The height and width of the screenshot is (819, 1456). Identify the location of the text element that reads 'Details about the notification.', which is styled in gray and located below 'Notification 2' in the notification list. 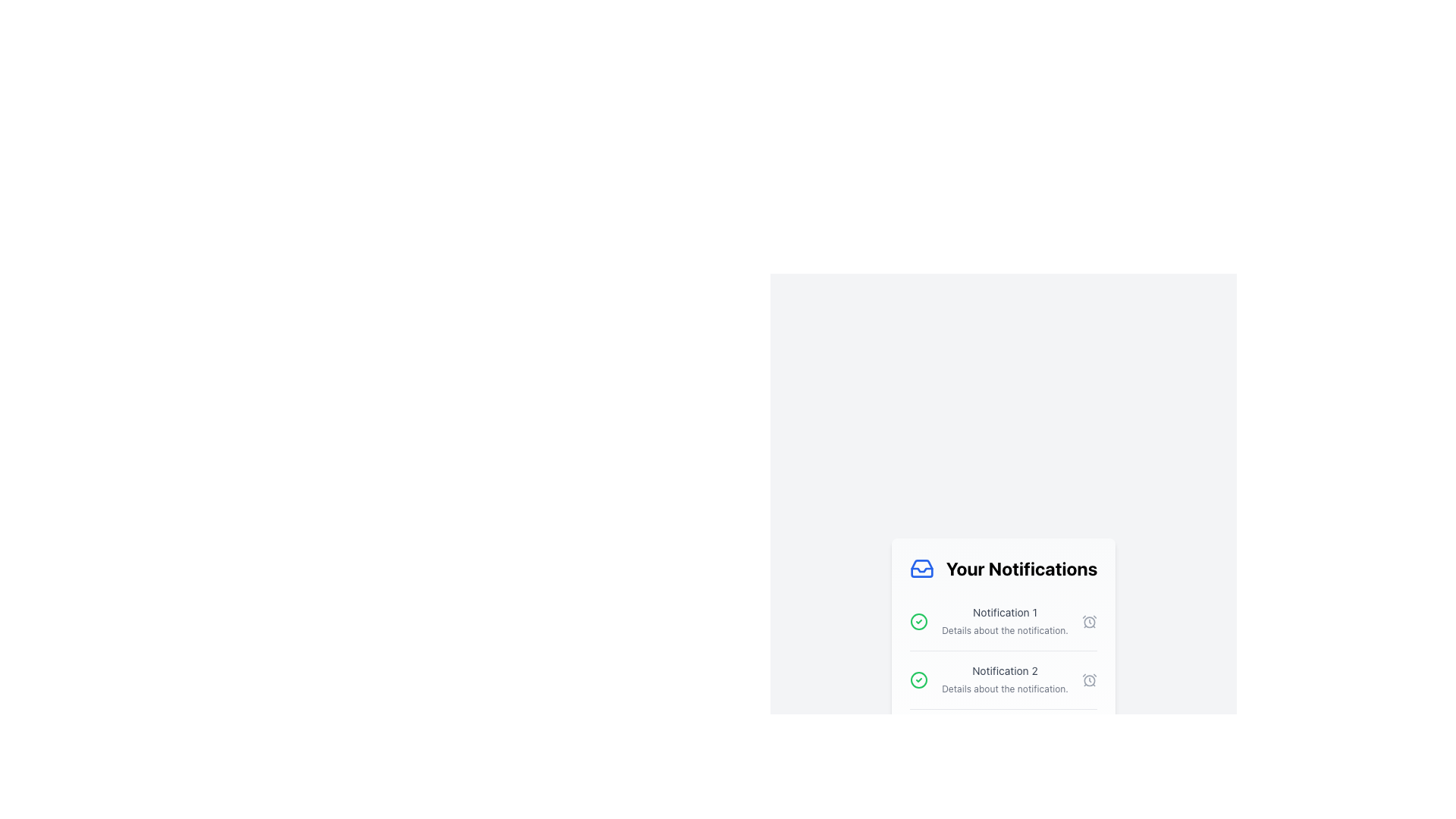
(1005, 689).